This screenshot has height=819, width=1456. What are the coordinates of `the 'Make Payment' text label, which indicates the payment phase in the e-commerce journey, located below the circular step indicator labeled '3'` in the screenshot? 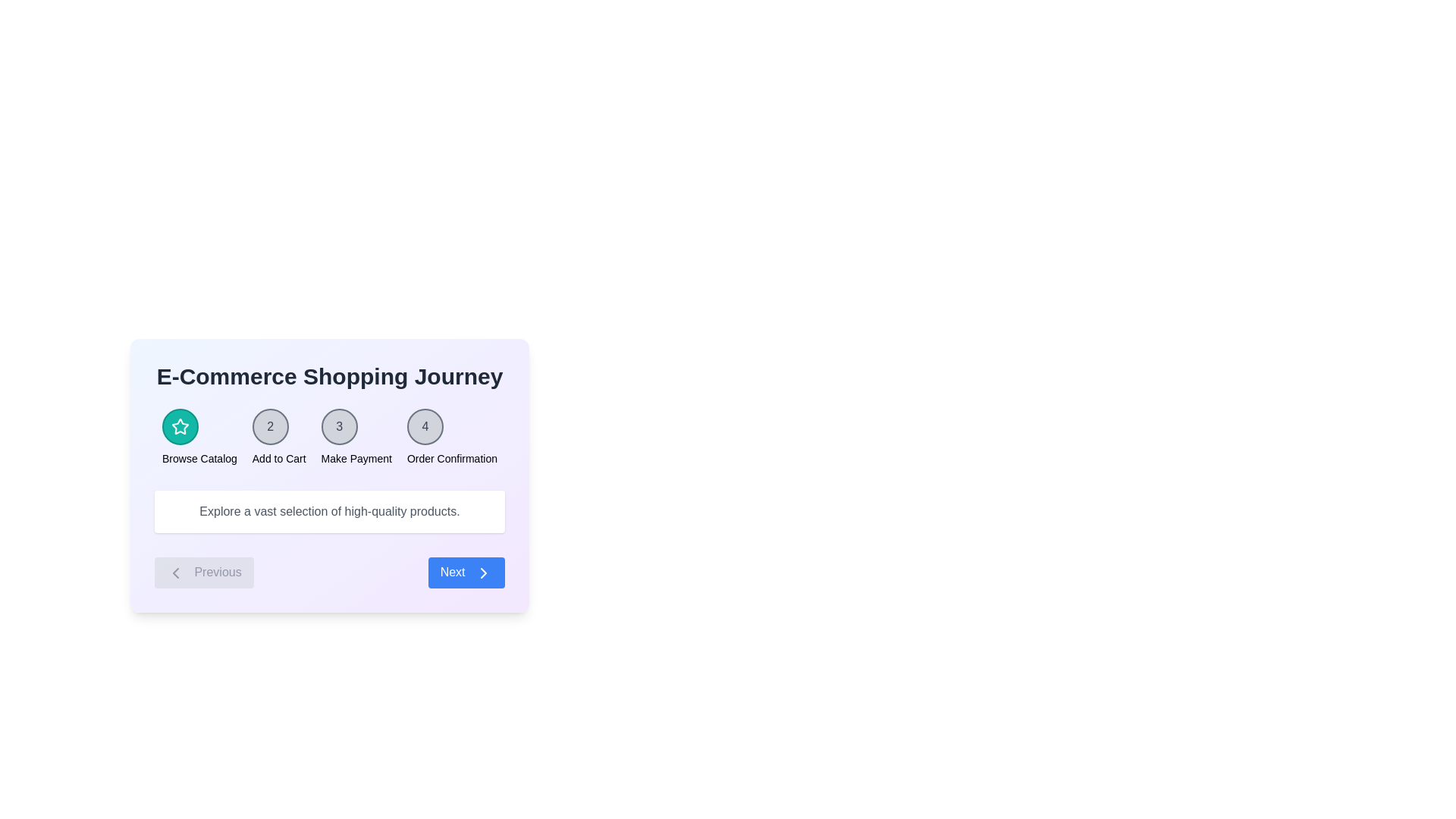 It's located at (356, 458).